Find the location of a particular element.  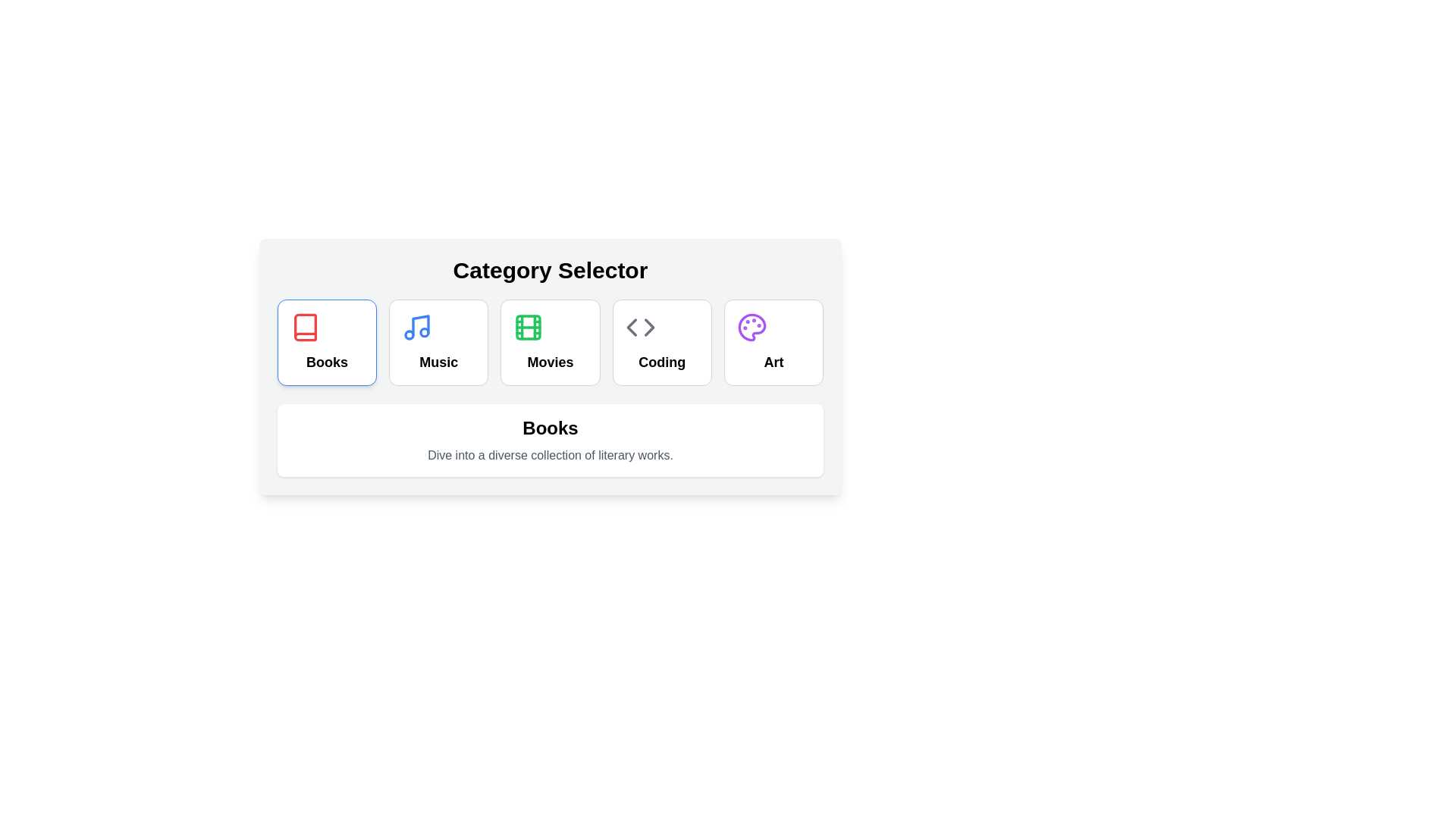

the 'Movies' category icon, which is part of the interactive category card in the 'Category Selector' interface is located at coordinates (529, 327).